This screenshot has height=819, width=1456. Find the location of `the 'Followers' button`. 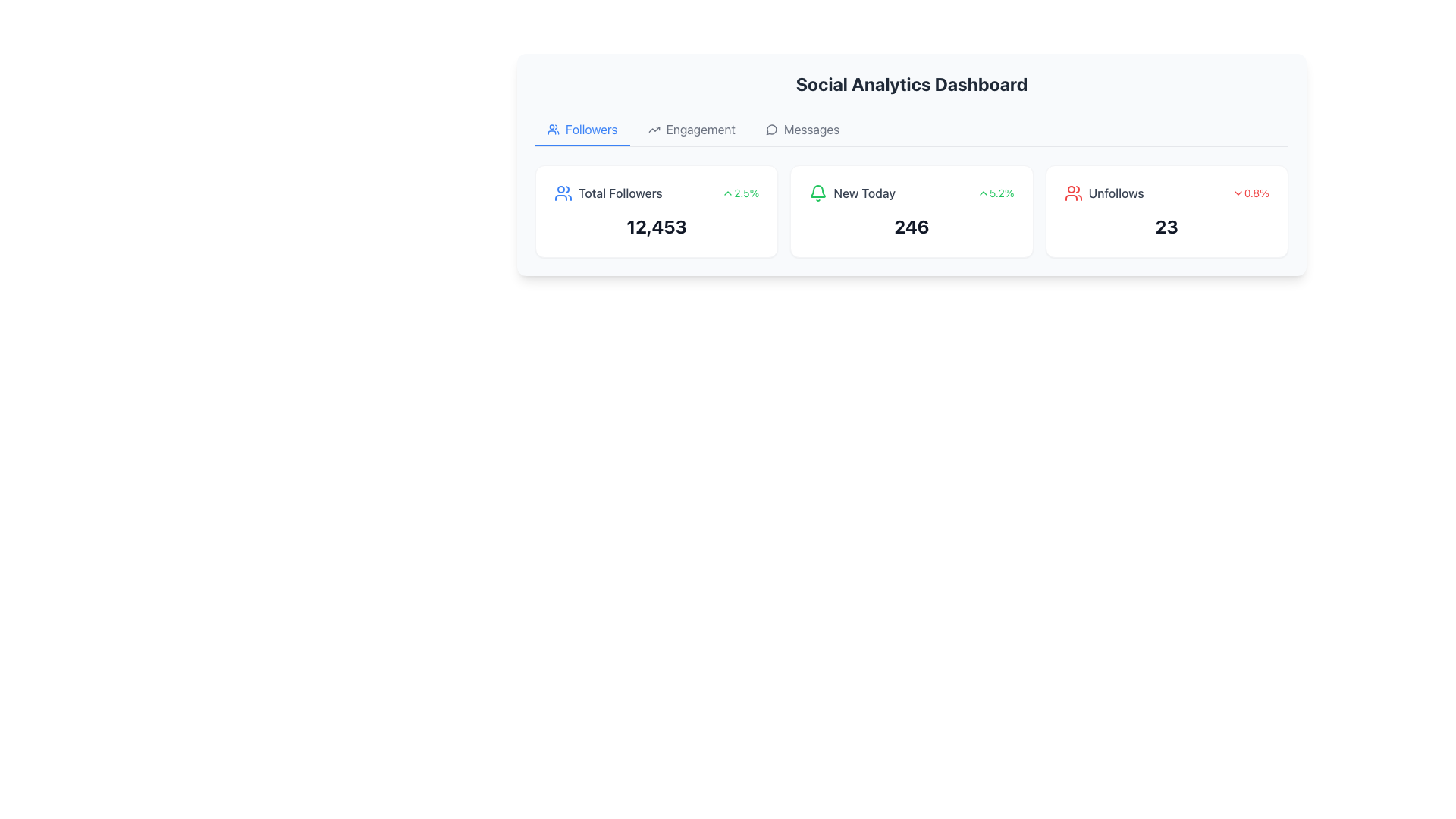

the 'Followers' button is located at coordinates (582, 130).